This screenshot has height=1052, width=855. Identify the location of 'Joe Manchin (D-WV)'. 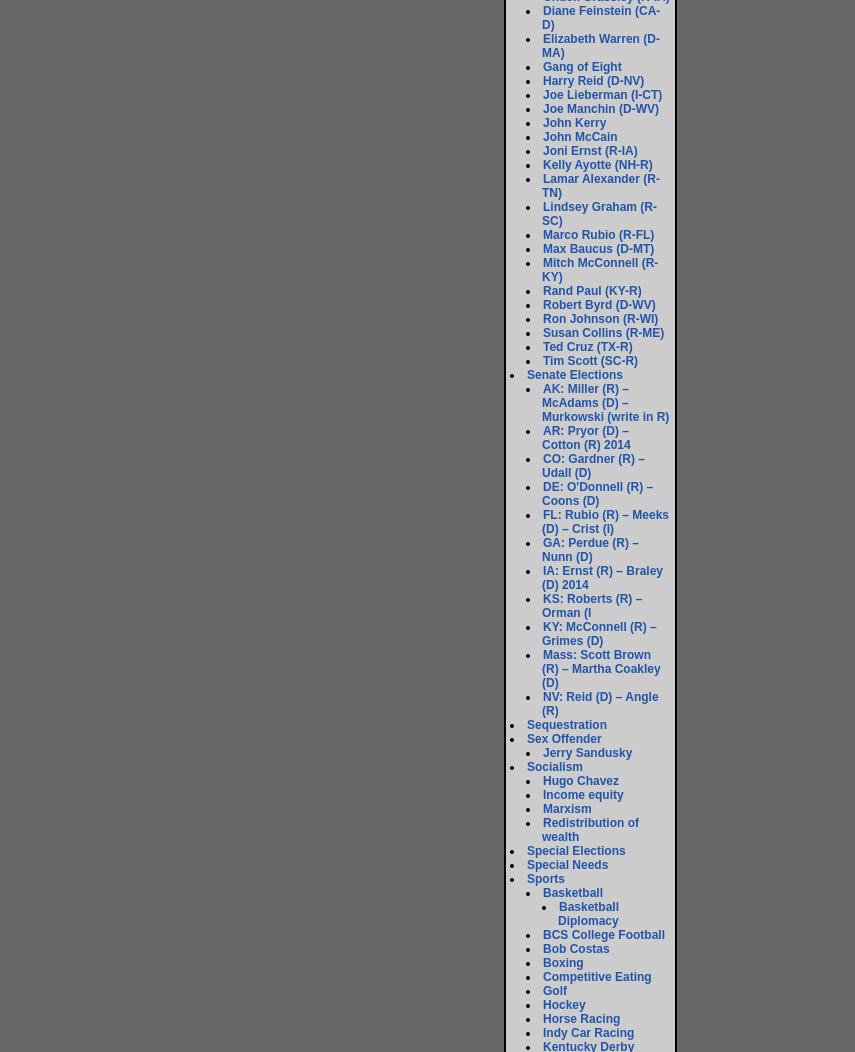
(543, 108).